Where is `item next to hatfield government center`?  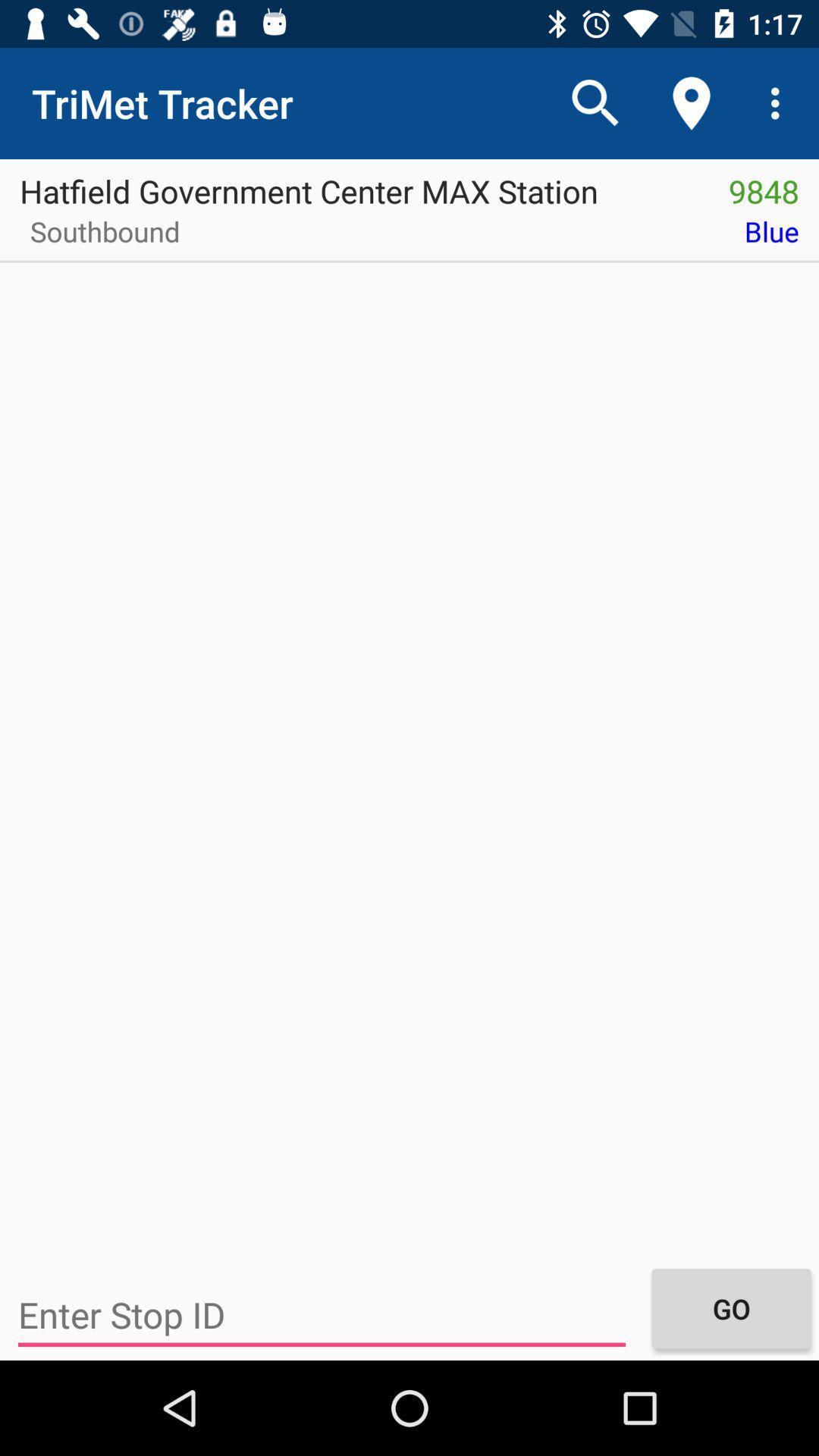
item next to hatfield government center is located at coordinates (764, 185).